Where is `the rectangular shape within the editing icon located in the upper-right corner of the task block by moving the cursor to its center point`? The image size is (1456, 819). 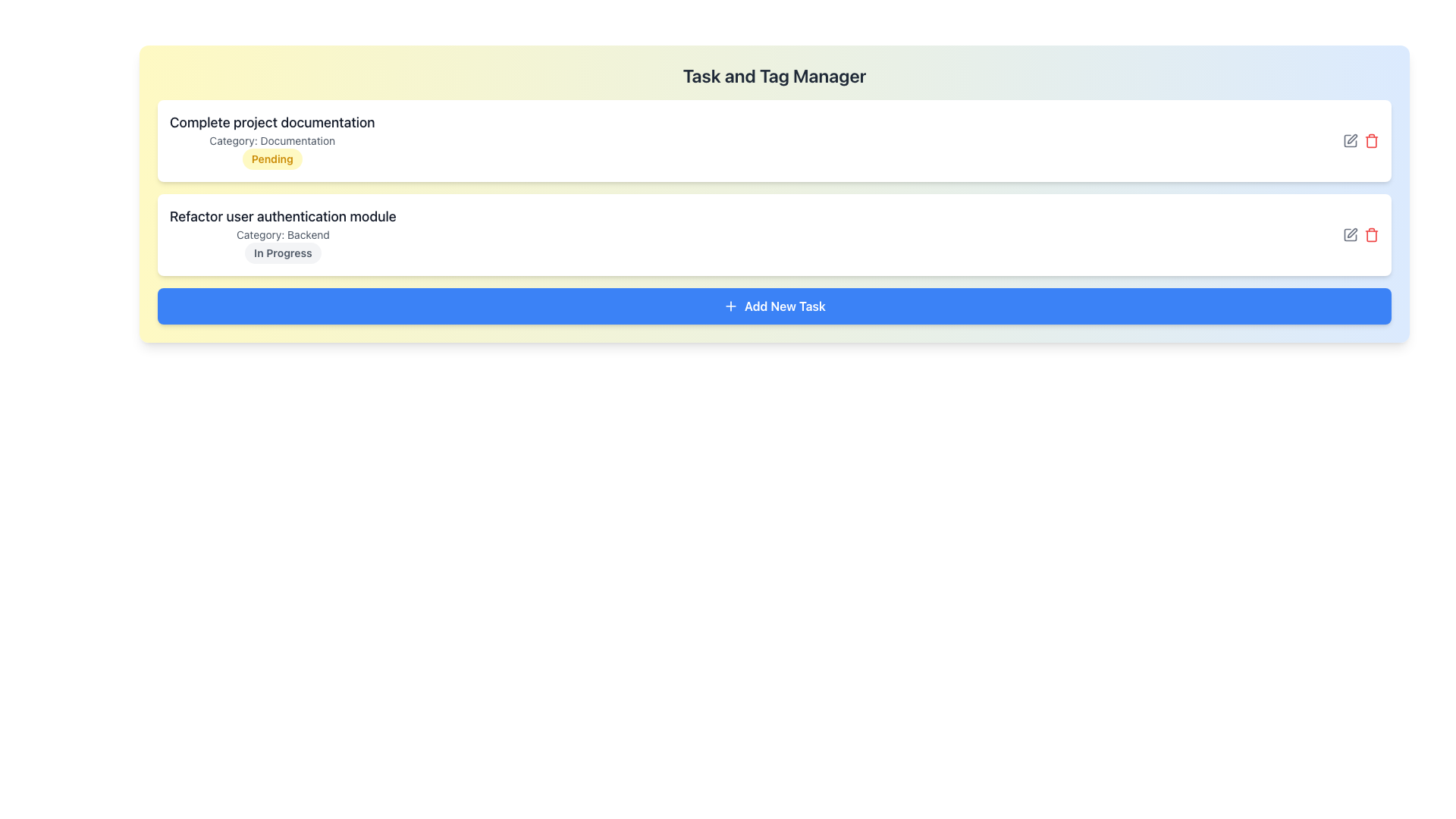 the rectangular shape within the editing icon located in the upper-right corner of the task block by moving the cursor to its center point is located at coordinates (1350, 234).